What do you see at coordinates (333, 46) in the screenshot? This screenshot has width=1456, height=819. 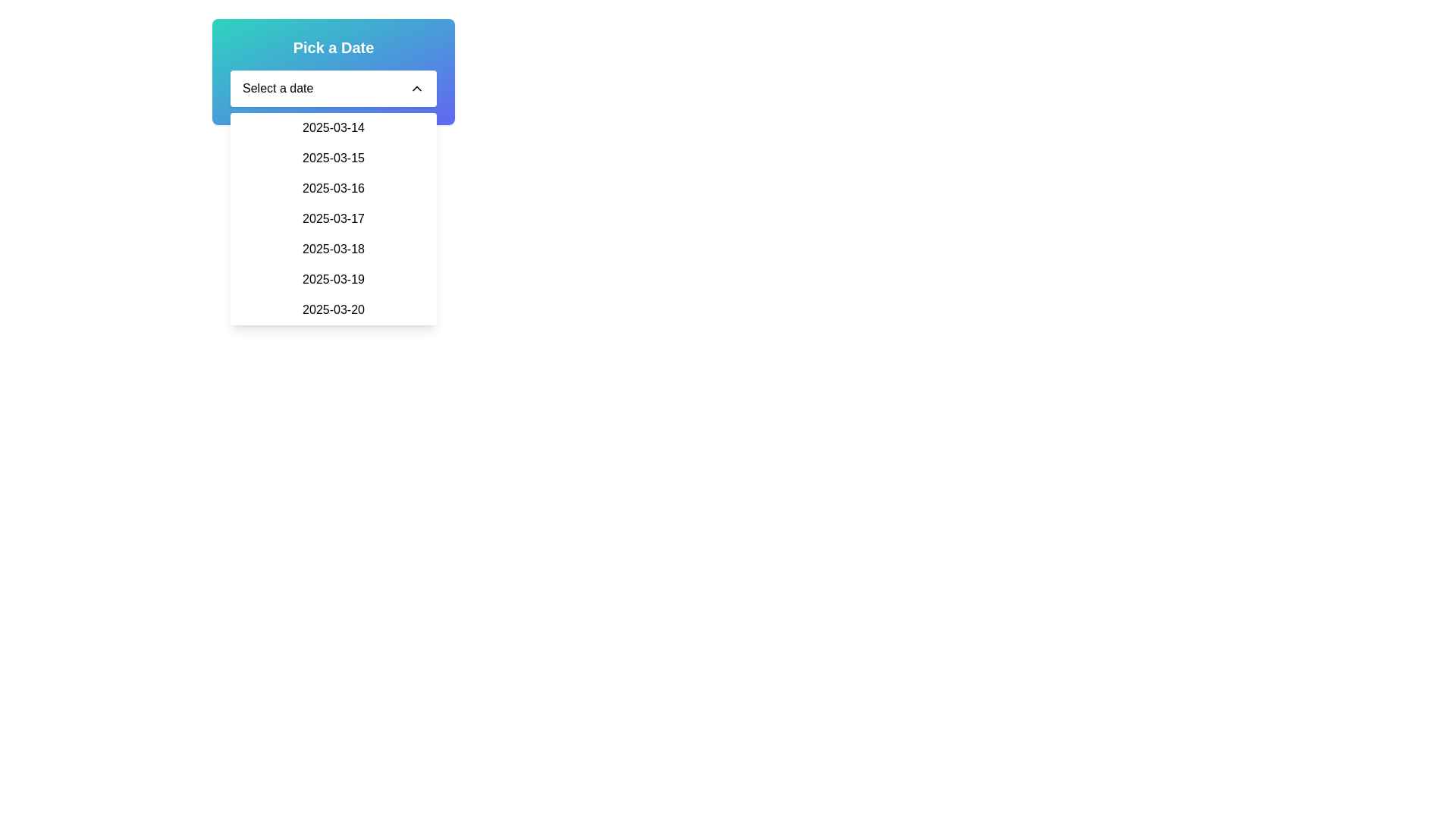 I see `the text label that serves as the header for selecting a date, located at the top-center of the section` at bounding box center [333, 46].